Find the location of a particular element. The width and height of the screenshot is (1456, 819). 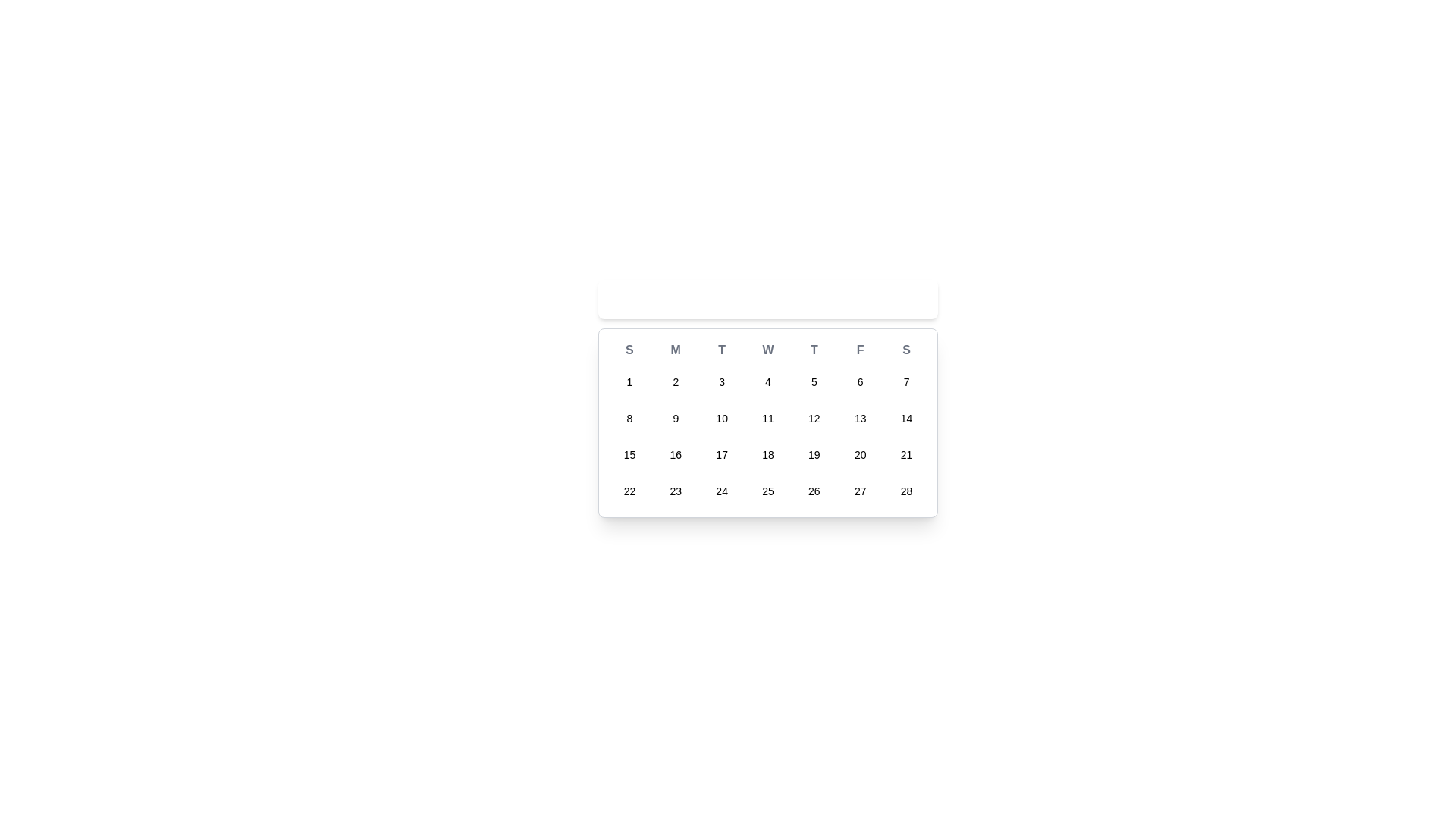

the header label for Thursday in the calendar grid, which is the fifth column header under the 'SMTWTFS' row is located at coordinates (813, 350).